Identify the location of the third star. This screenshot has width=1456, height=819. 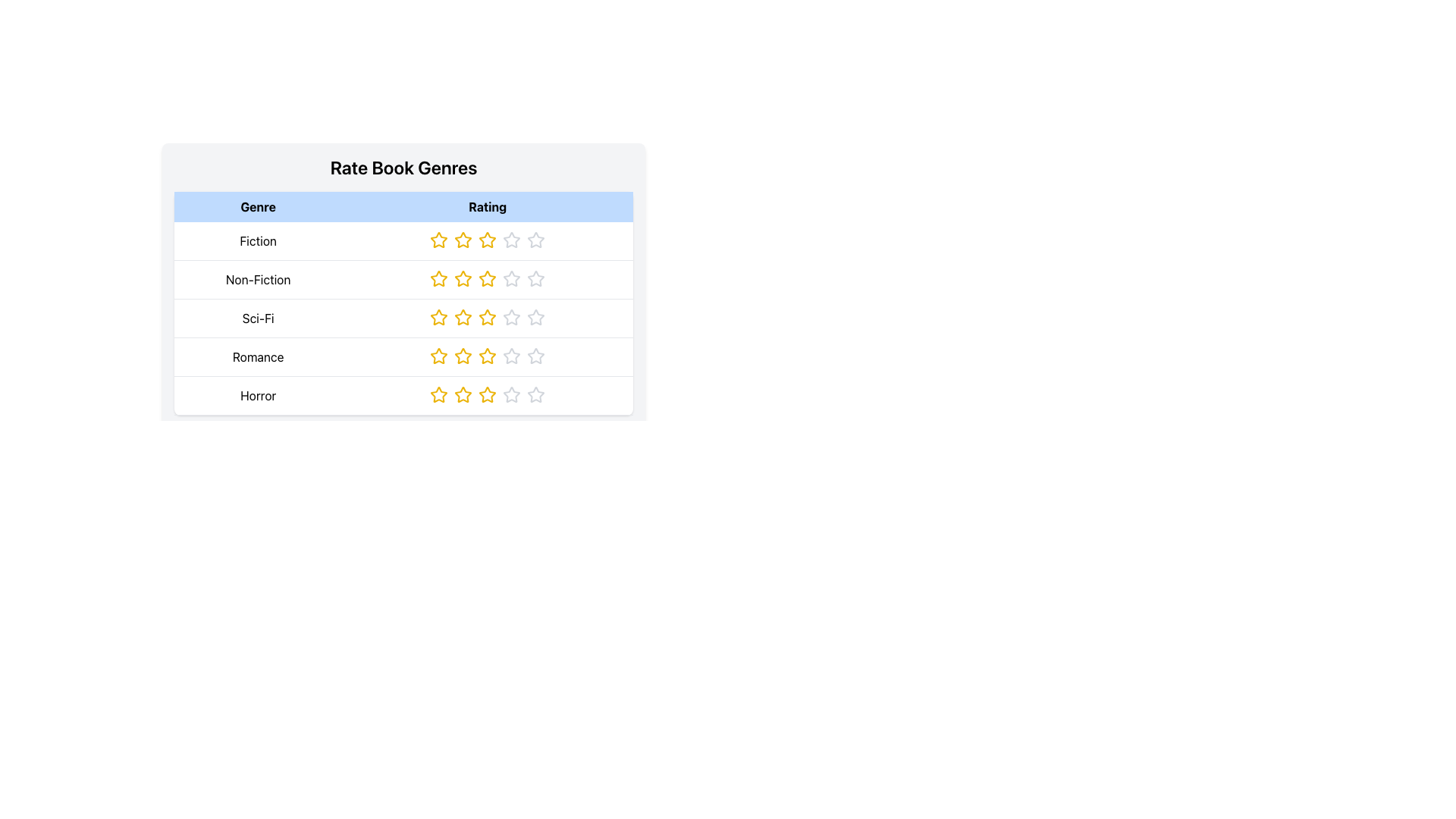
(488, 394).